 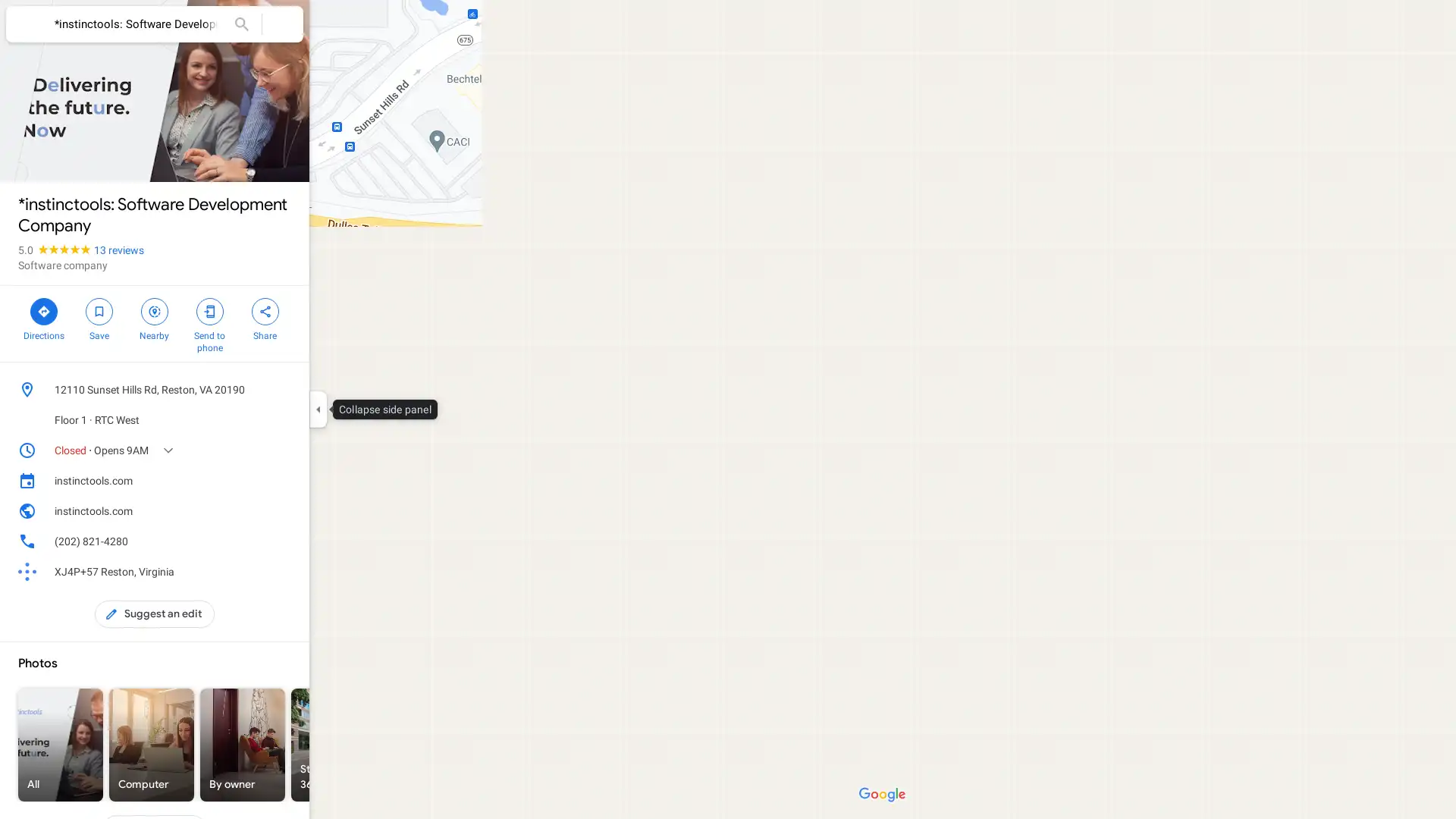 I want to click on Call phone number, so click(x=284, y=540).